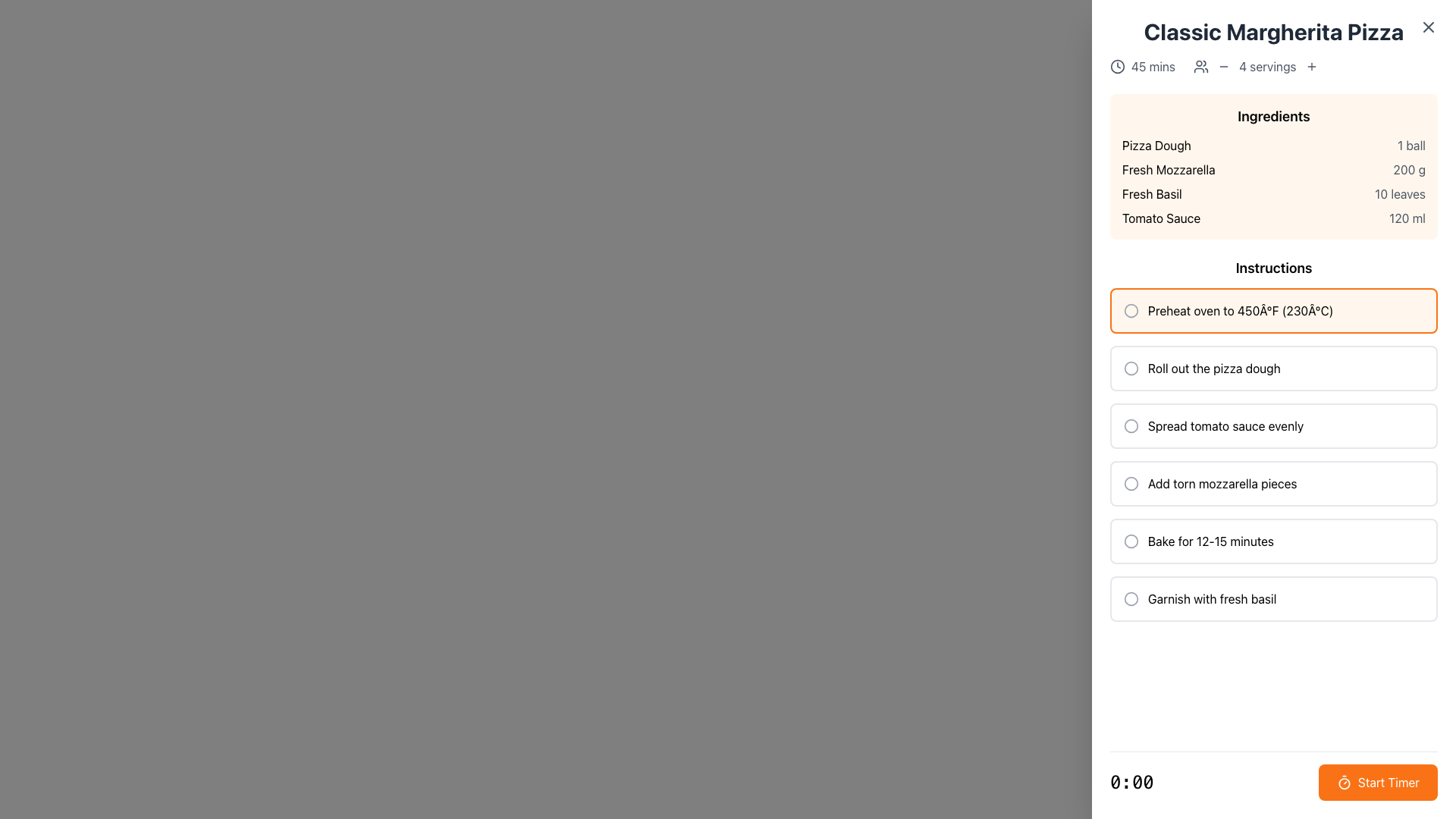 The height and width of the screenshot is (819, 1456). I want to click on text content of the Text label displaying '1 ball', which is located to the right of 'Pizza Dough' in the Ingredients section, so click(1410, 146).